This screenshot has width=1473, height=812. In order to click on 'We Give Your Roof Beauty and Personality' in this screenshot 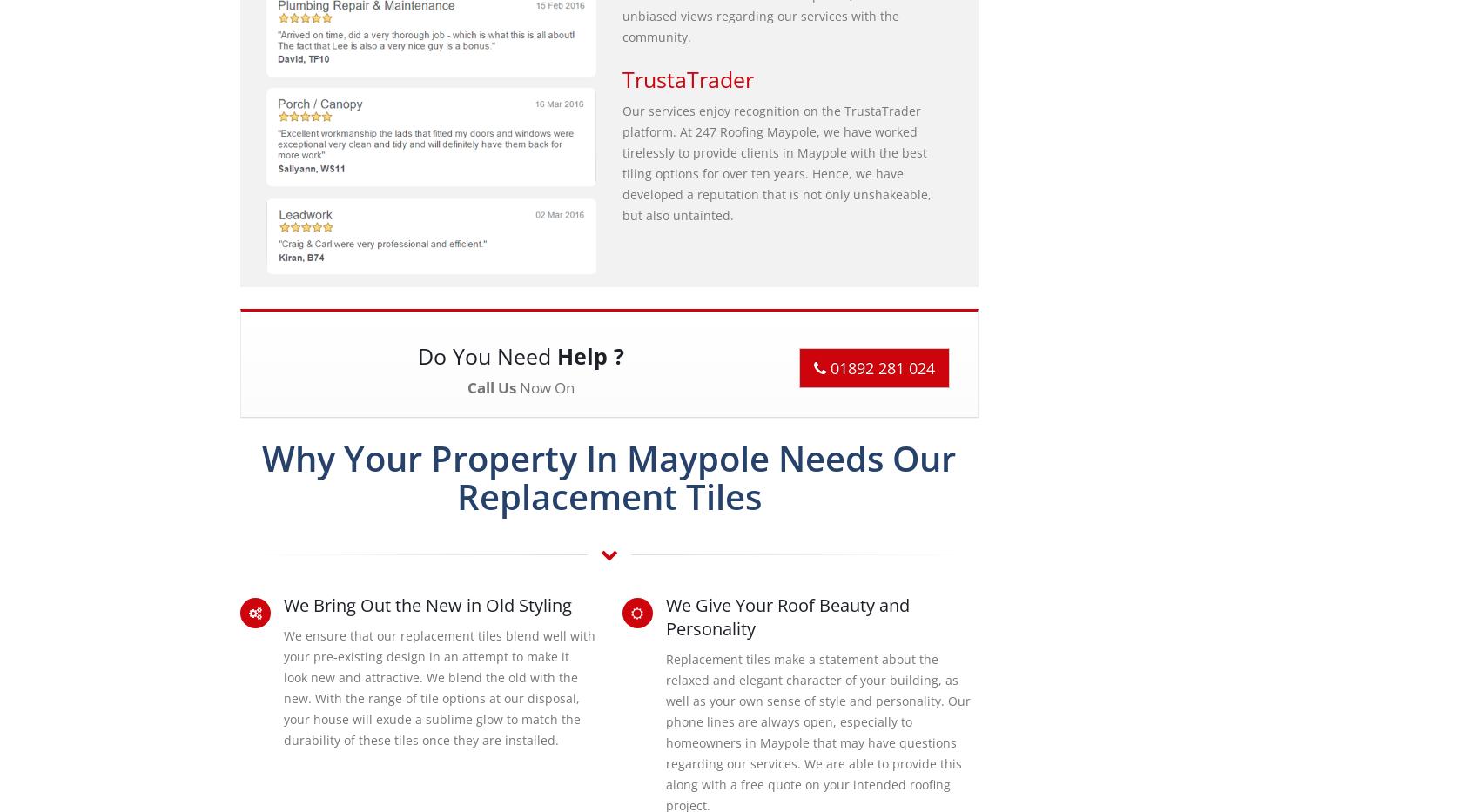, I will do `click(786, 615)`.